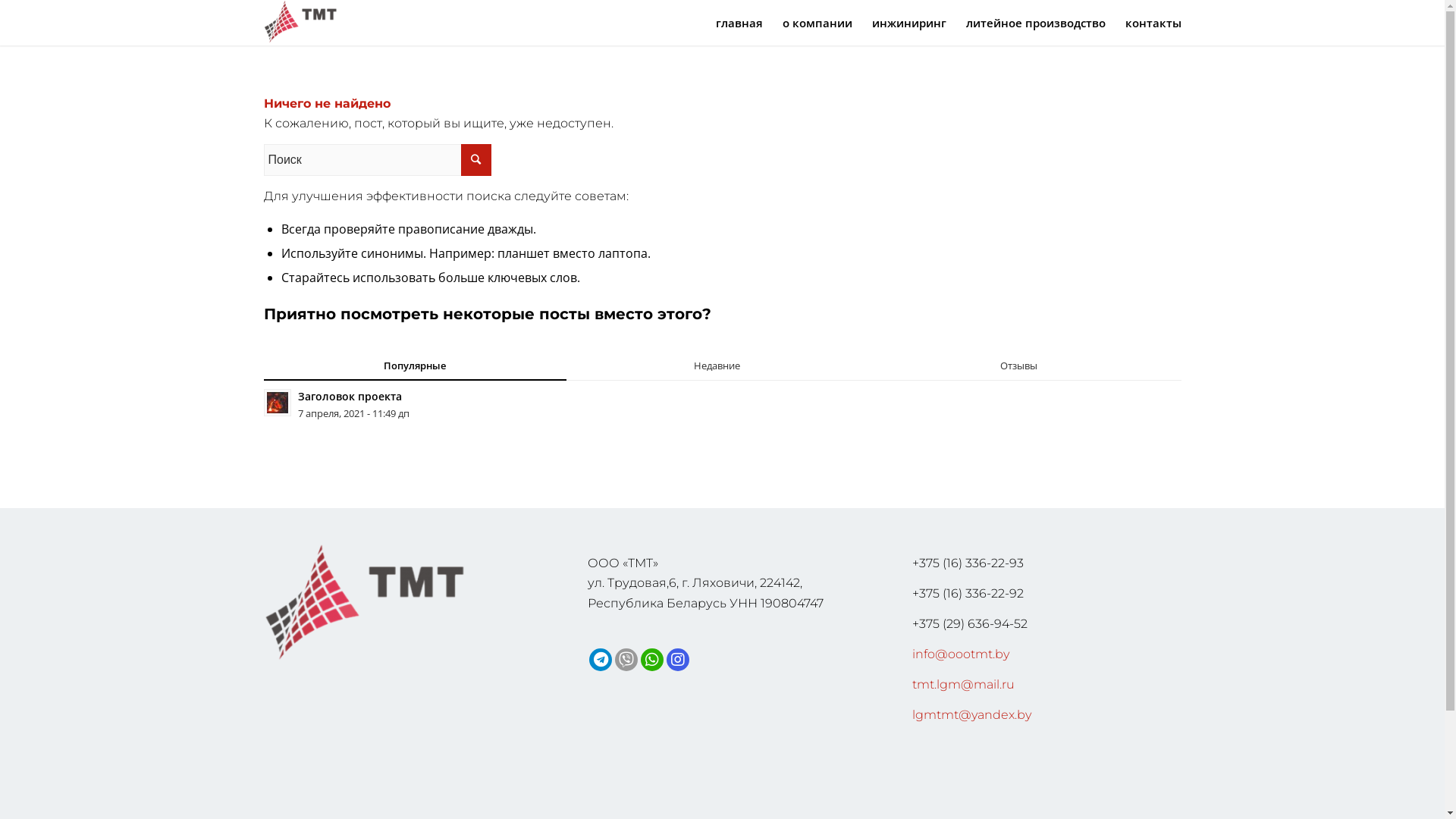 This screenshot has width=1456, height=819. Describe the element at coordinates (645, 659) in the screenshot. I see `'whatsapp'` at that location.